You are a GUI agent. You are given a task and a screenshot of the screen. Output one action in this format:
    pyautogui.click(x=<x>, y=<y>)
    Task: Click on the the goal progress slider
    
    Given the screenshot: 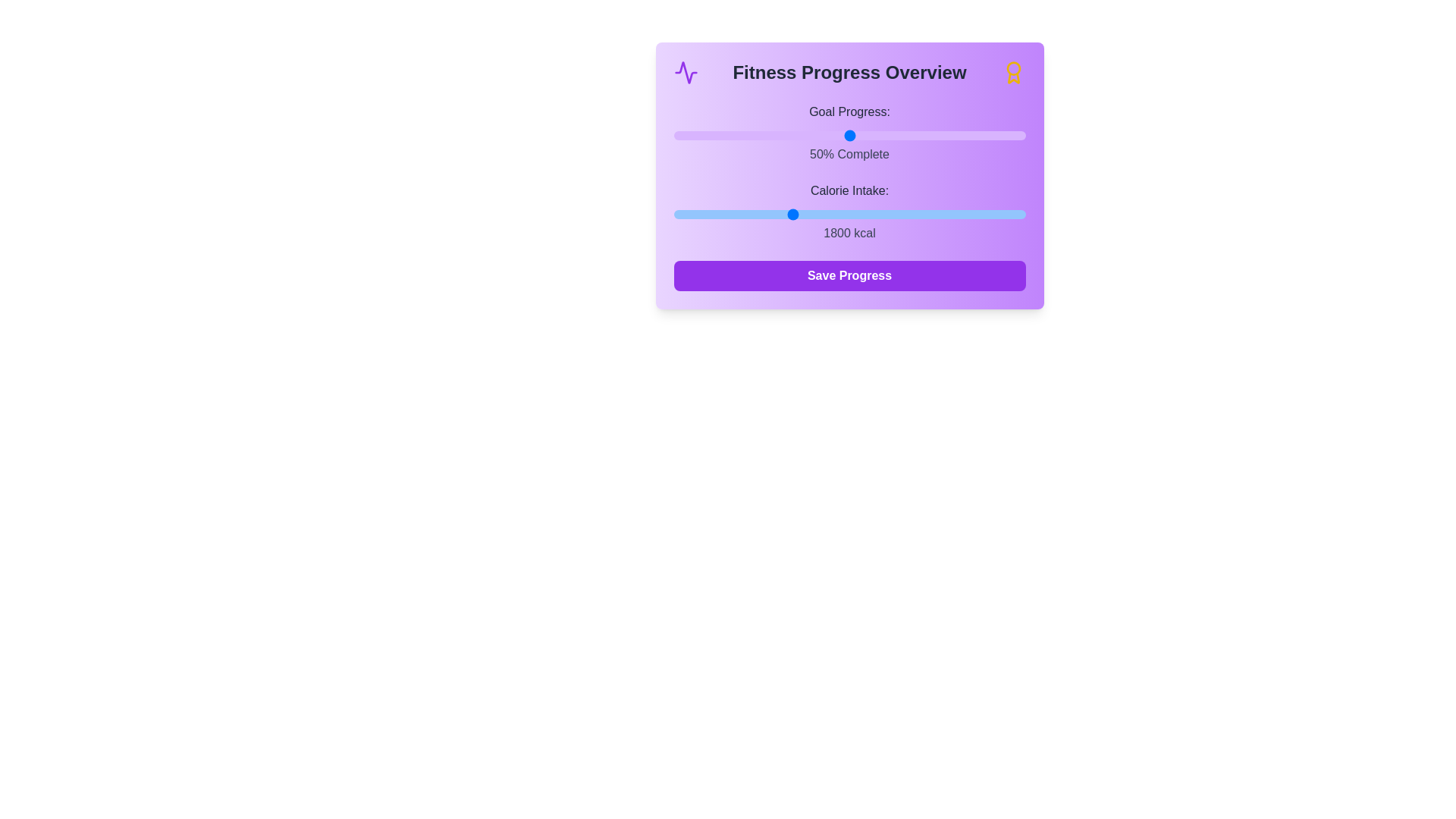 What is the action you would take?
    pyautogui.click(x=708, y=134)
    